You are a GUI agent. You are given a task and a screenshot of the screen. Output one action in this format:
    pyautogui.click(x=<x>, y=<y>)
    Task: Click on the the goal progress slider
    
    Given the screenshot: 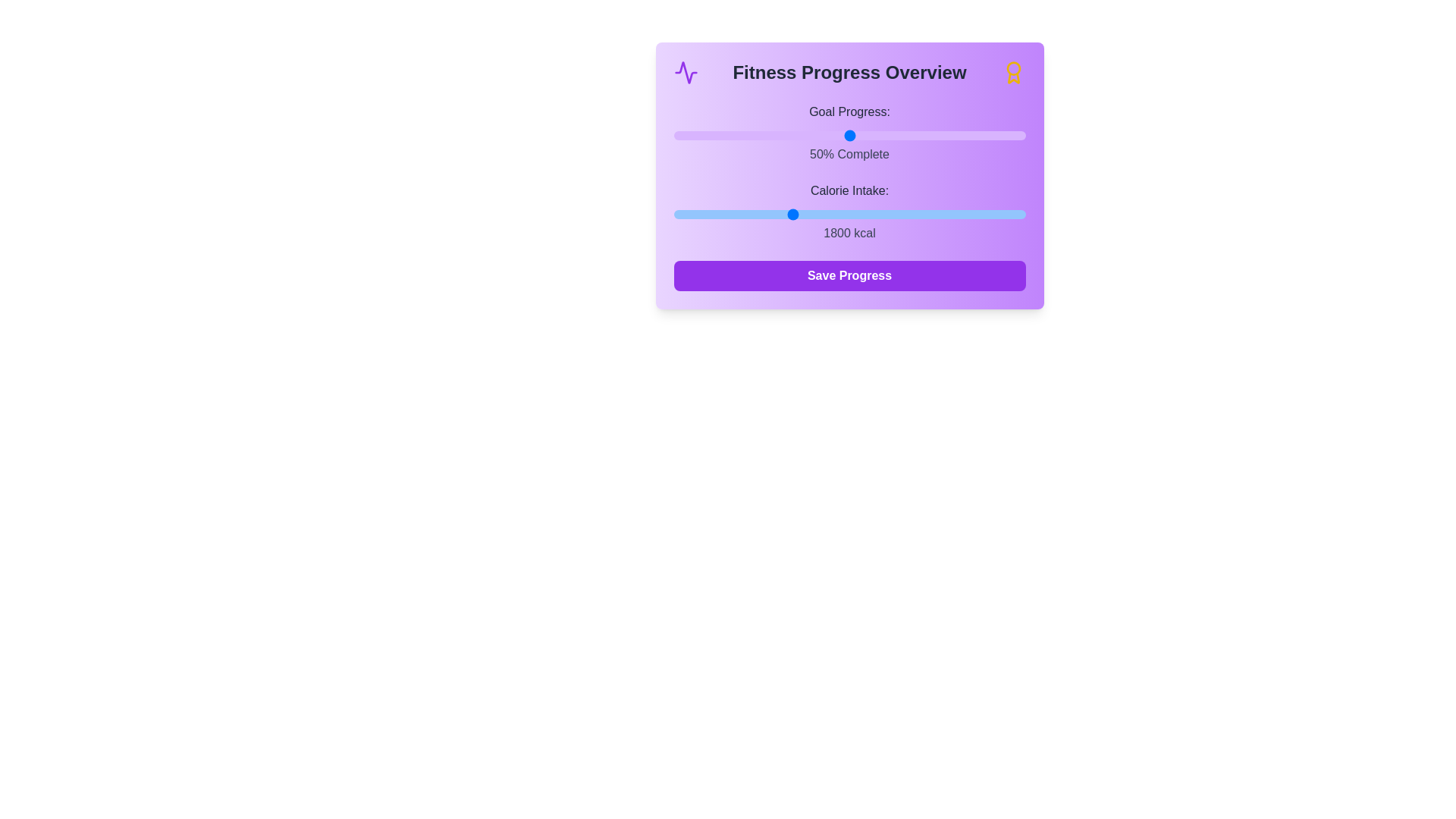 What is the action you would take?
    pyautogui.click(x=708, y=134)
    